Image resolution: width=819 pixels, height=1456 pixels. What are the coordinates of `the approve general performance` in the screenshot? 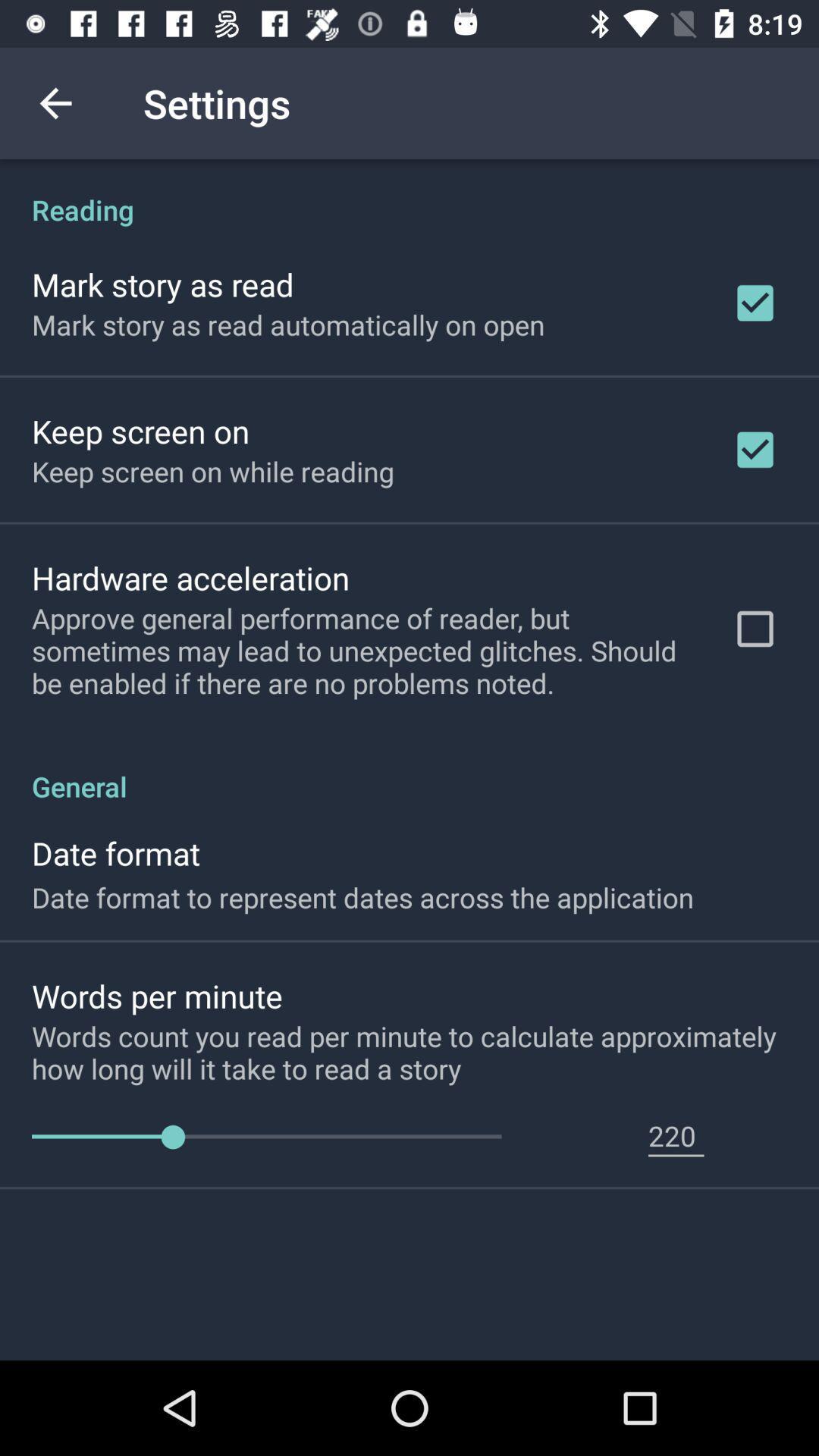 It's located at (362, 651).